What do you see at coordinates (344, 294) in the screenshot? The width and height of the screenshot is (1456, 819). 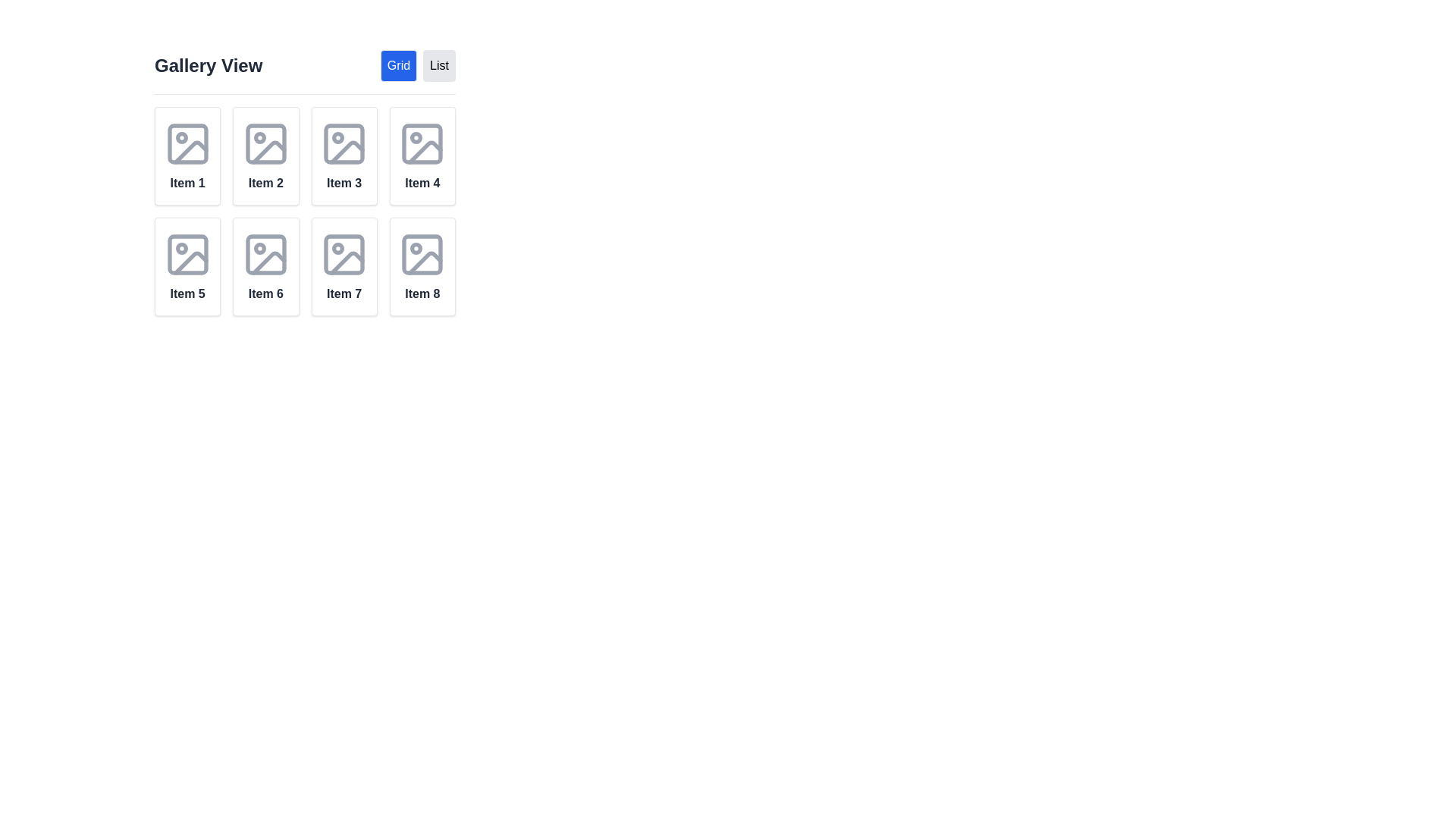 I see `the text label displaying 'Item 7' located in the seventh cell of the grid under the 'Gallery View' display` at bounding box center [344, 294].